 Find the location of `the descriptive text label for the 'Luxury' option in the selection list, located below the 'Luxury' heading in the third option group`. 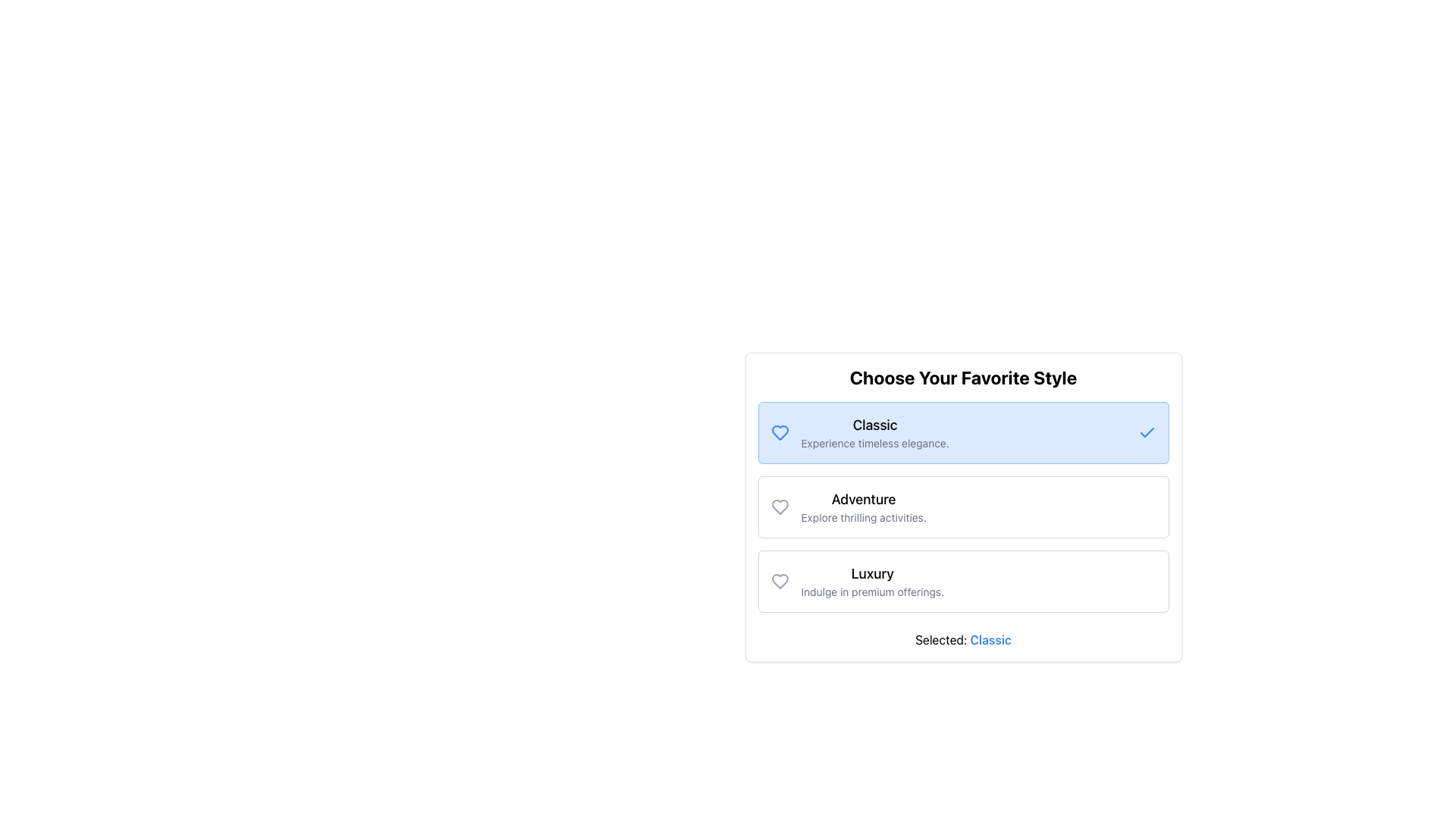

the descriptive text label for the 'Luxury' option in the selection list, located below the 'Luxury' heading in the third option group is located at coordinates (872, 591).